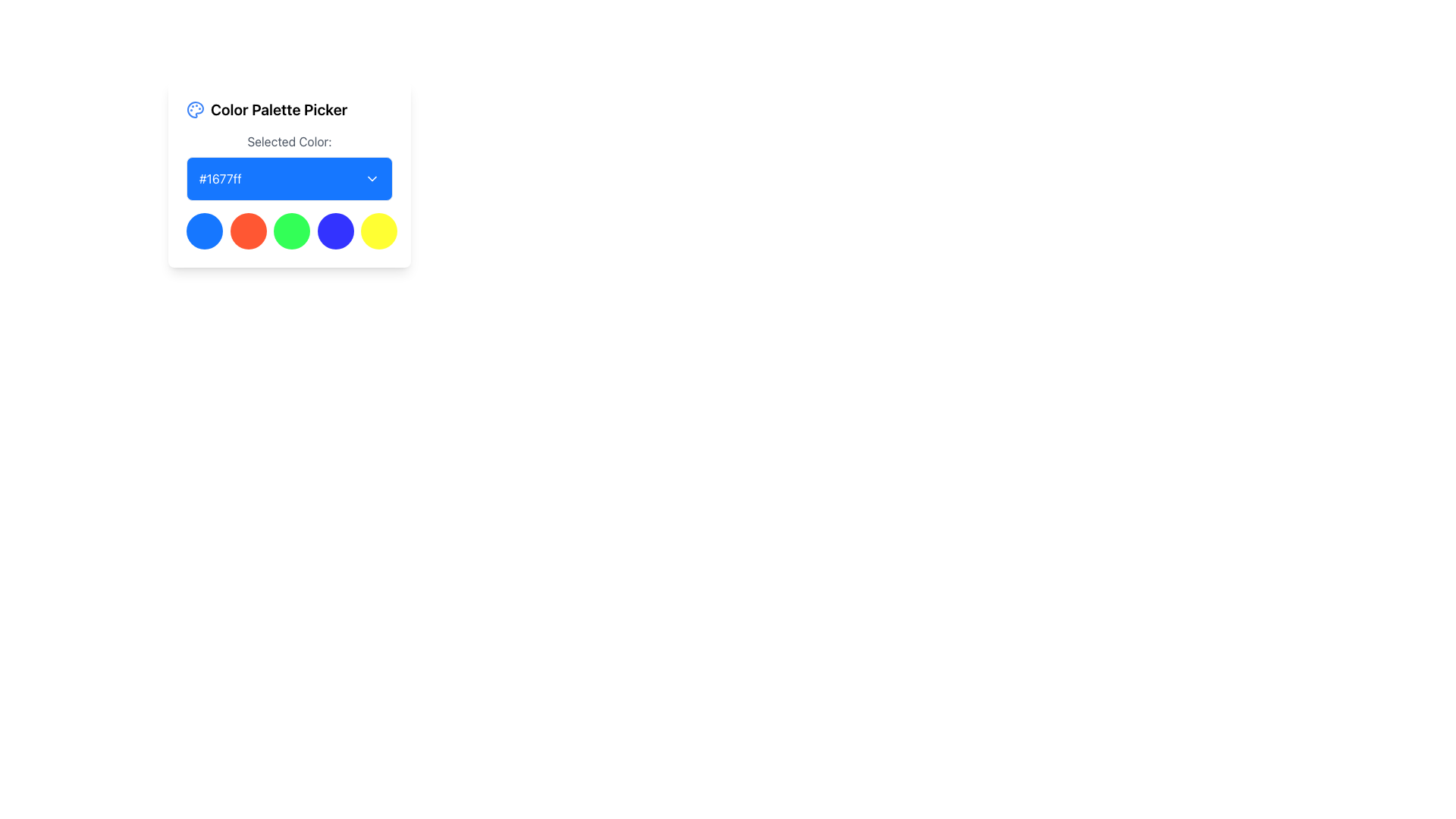 The height and width of the screenshot is (819, 1456). What do you see at coordinates (248, 231) in the screenshot?
I see `the Color selection button representing the color red, which is the second circular icon in a row of five, located beneath the 'Selected Color:' dropdown` at bounding box center [248, 231].